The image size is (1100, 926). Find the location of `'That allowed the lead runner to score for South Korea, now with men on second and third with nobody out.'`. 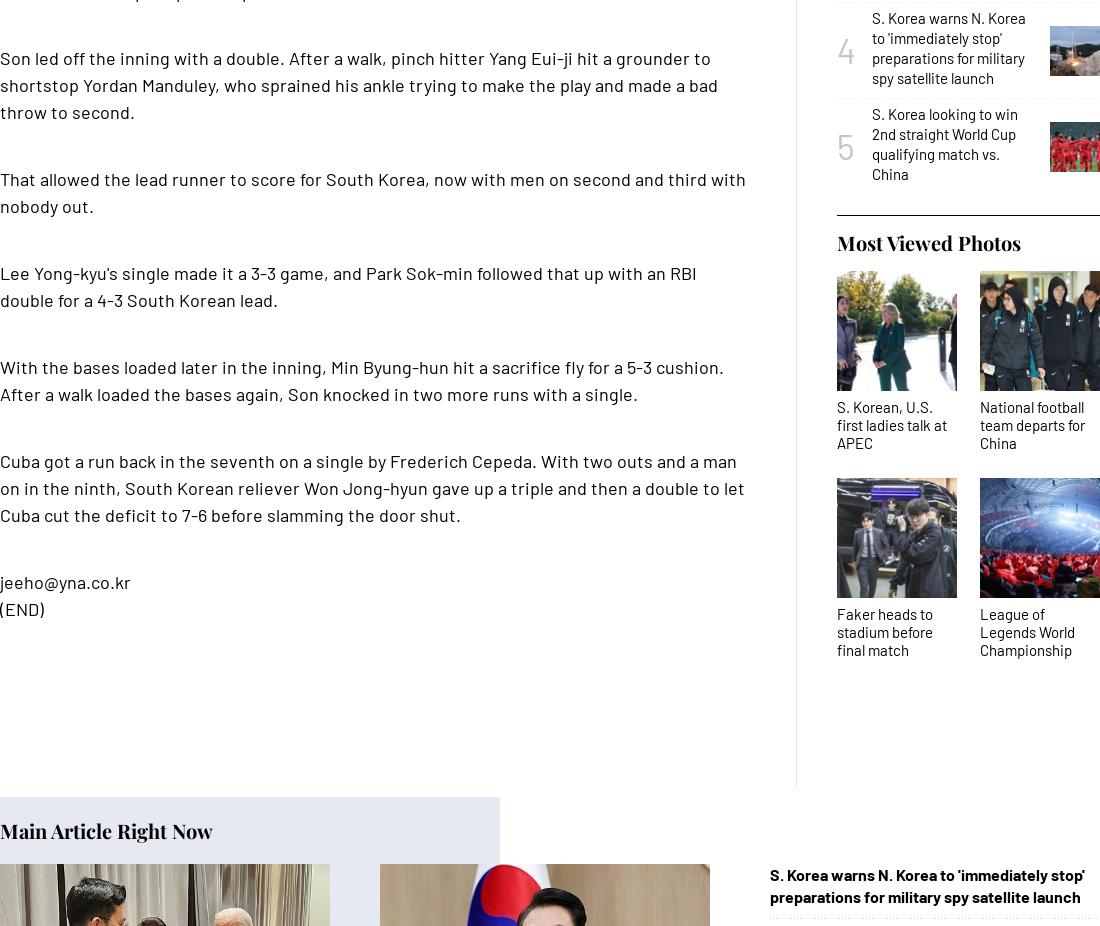

'That allowed the lead runner to score for South Korea, now with men on second and third with nobody out.' is located at coordinates (373, 191).